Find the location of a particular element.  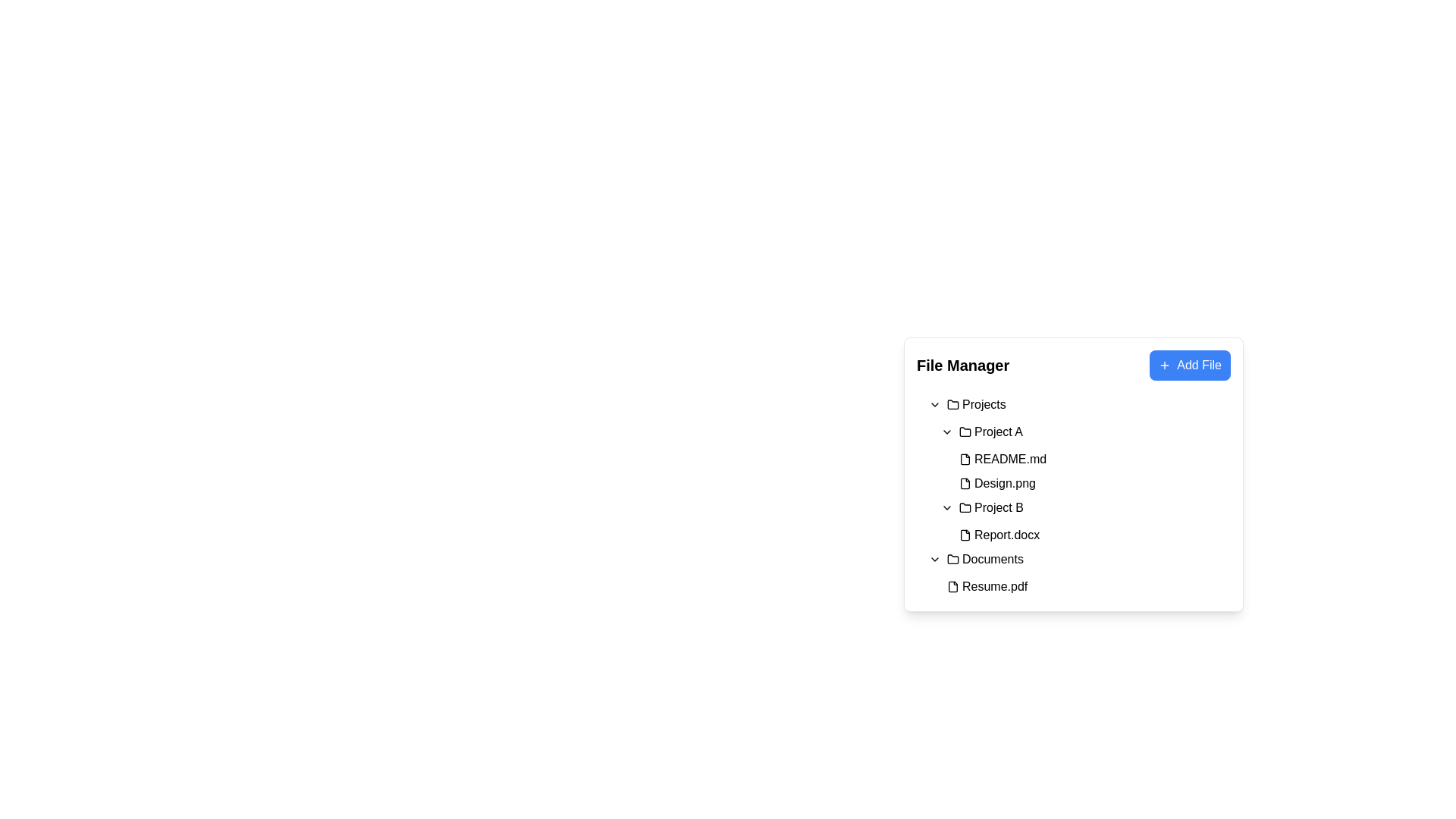

the text label for the file named 'Report.docx' located under the folder 'Project B' is located at coordinates (1007, 534).